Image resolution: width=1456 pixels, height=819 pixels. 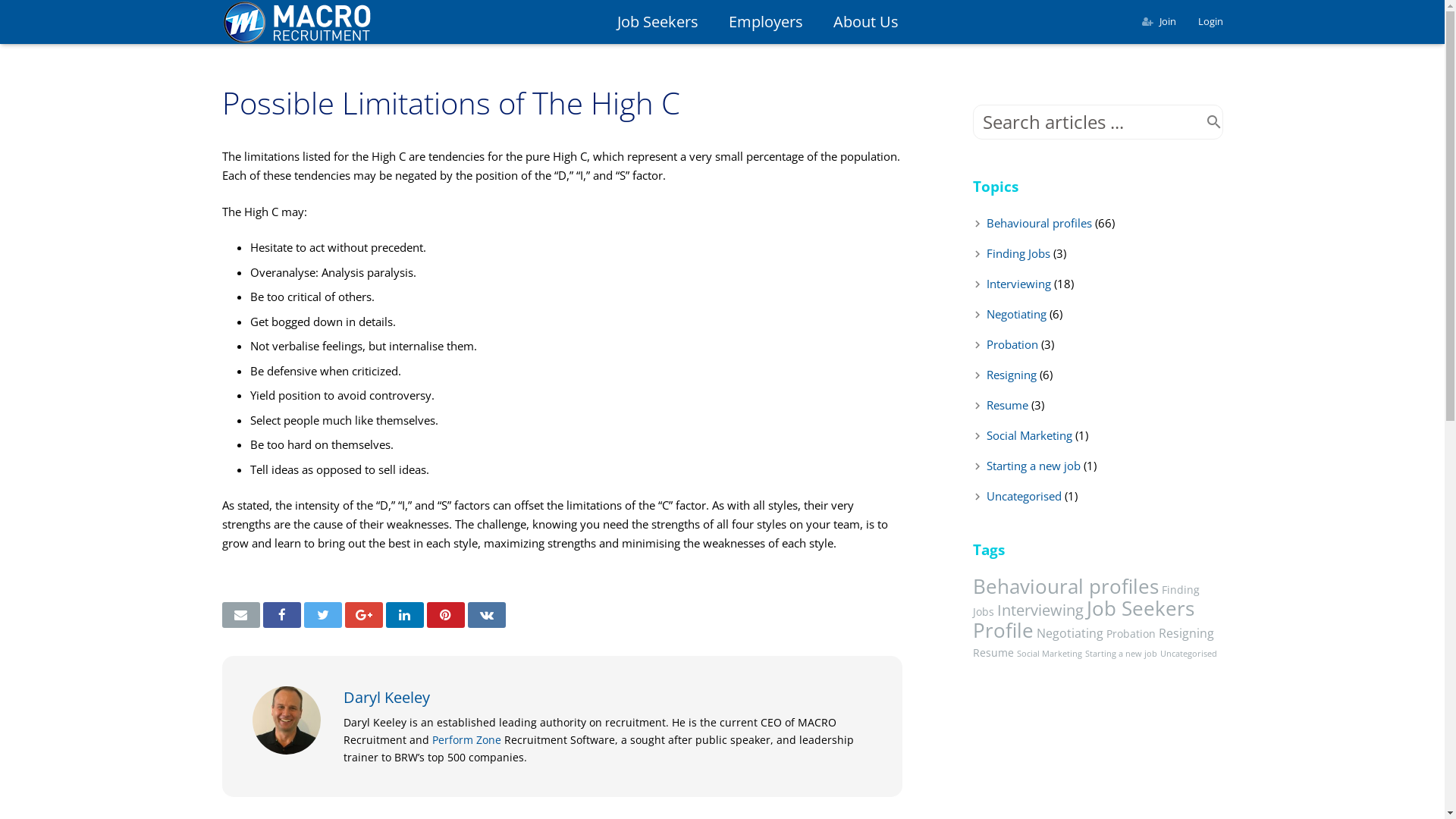 What do you see at coordinates (1037, 222) in the screenshot?
I see `'Behavioural profiles'` at bounding box center [1037, 222].